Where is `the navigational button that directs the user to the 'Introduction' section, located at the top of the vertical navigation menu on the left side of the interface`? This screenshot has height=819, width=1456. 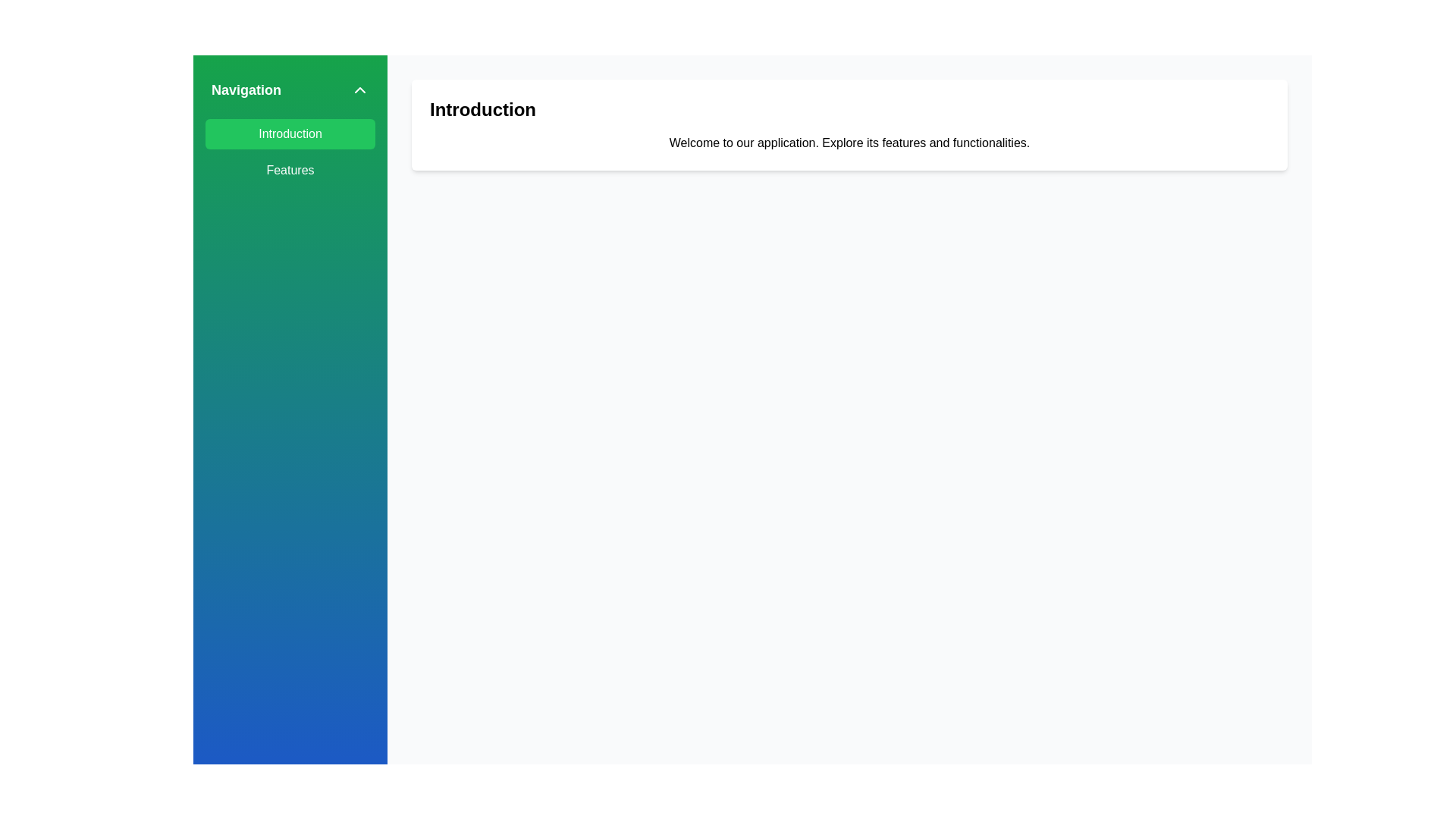 the navigational button that directs the user to the 'Introduction' section, located at the top of the vertical navigation menu on the left side of the interface is located at coordinates (290, 133).